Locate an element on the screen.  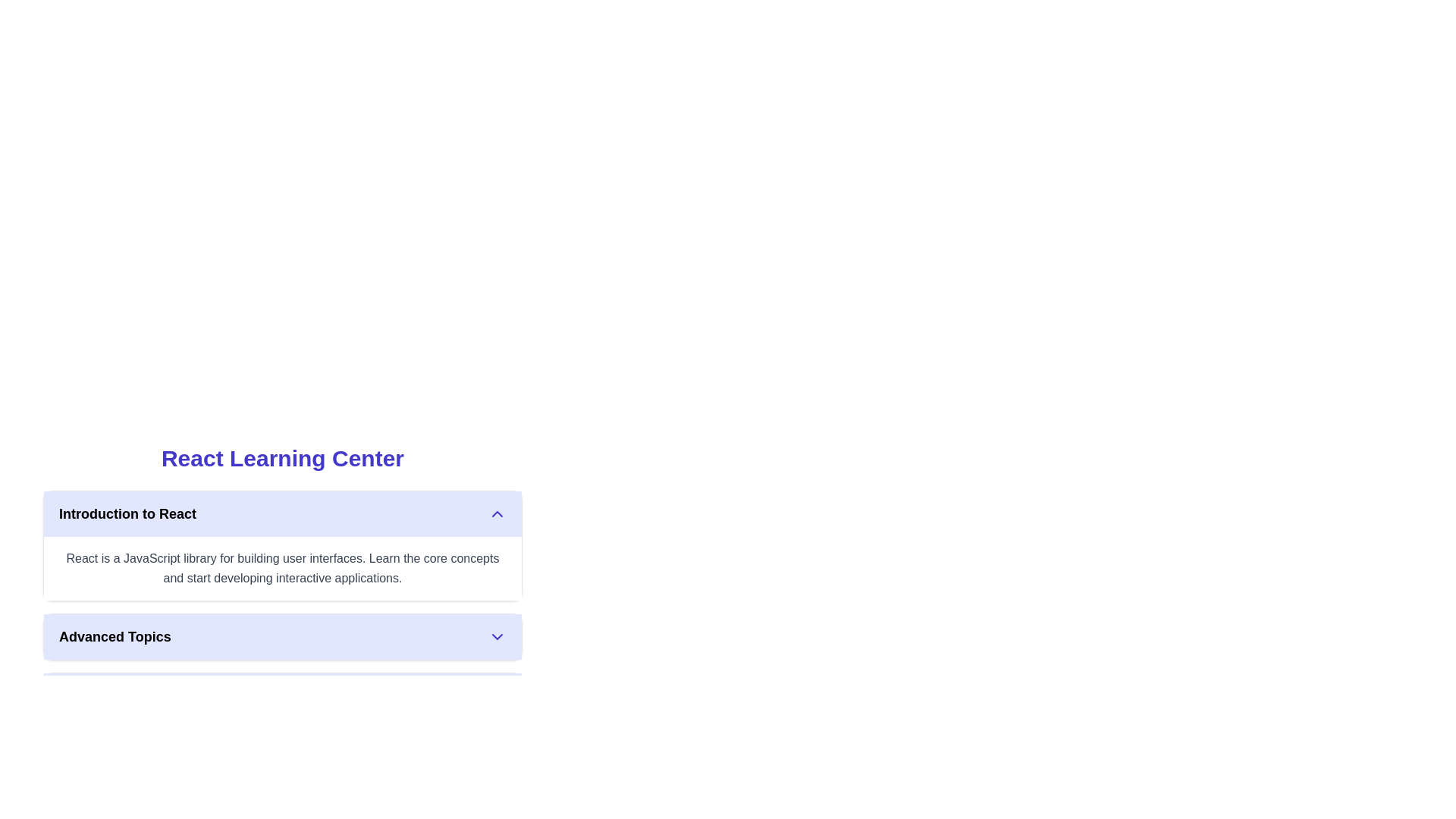
the 'Advanced Topics' text header, which is styled in bold black font and has a light indigo background is located at coordinates (114, 637).